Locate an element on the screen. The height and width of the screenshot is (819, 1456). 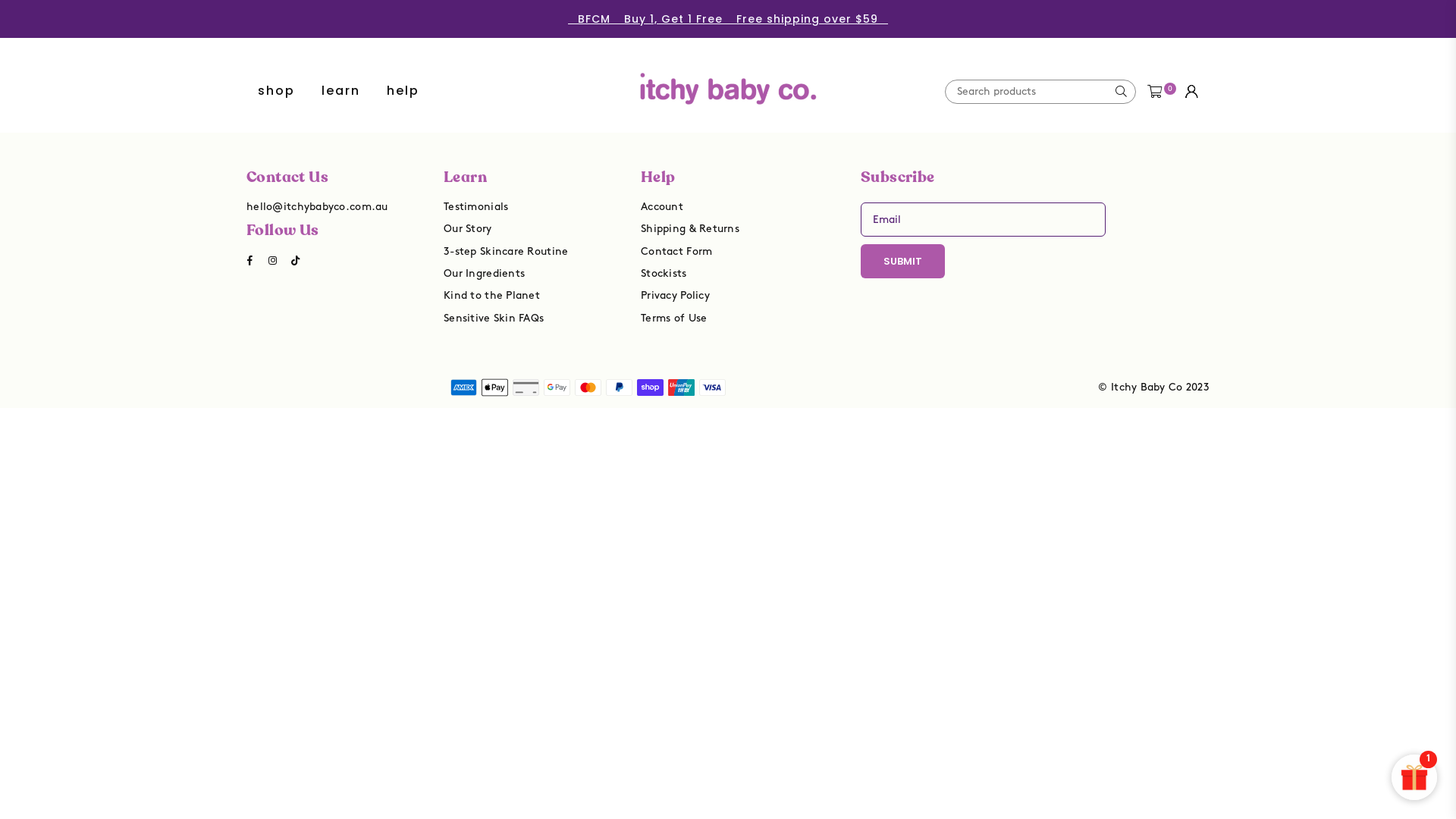
'Shipping & Returns' is located at coordinates (689, 228).